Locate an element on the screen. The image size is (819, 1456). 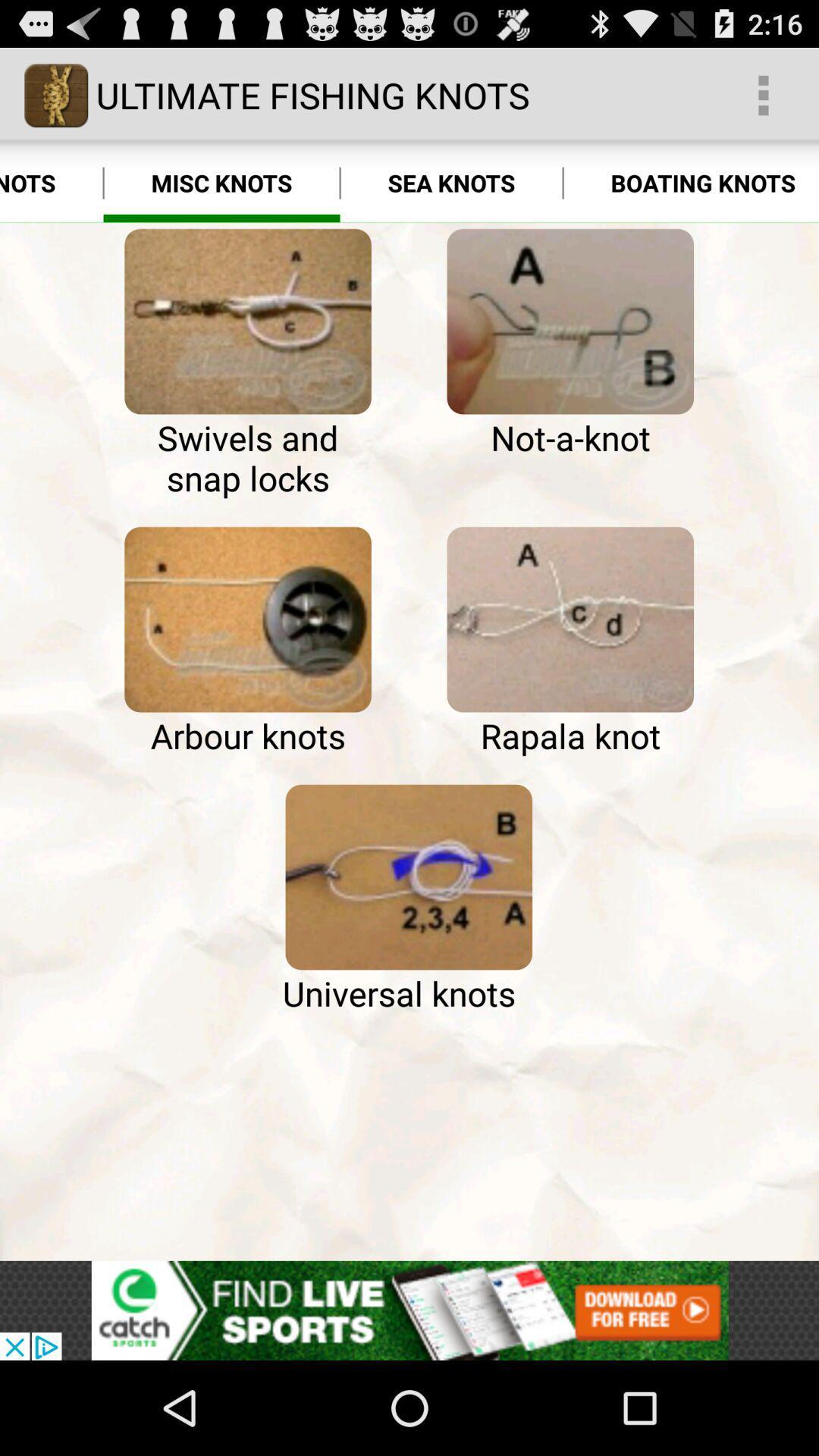
icon at the center is located at coordinates (408, 877).